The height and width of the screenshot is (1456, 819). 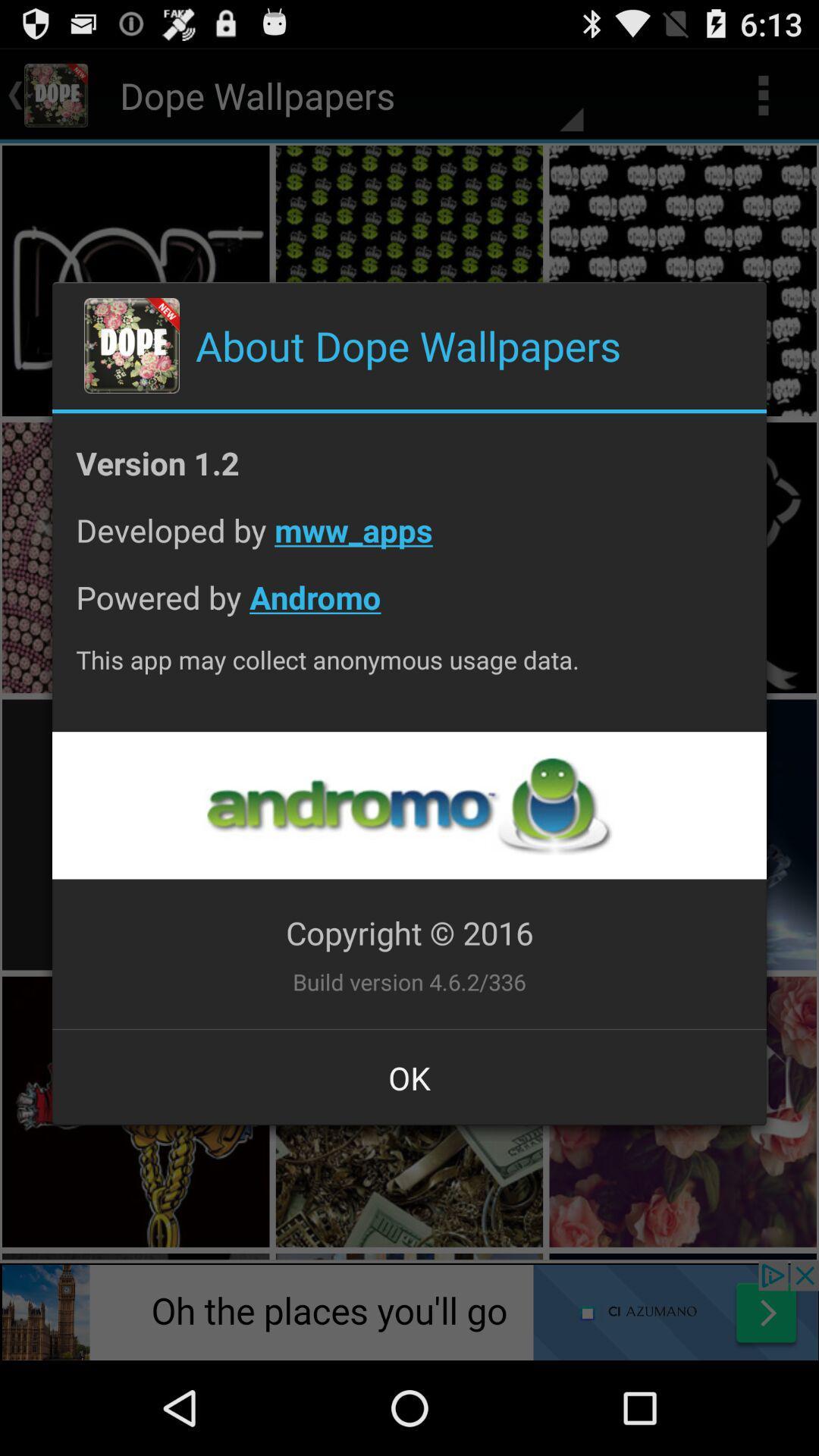 What do you see at coordinates (409, 1077) in the screenshot?
I see `the app below build version 4 item` at bounding box center [409, 1077].